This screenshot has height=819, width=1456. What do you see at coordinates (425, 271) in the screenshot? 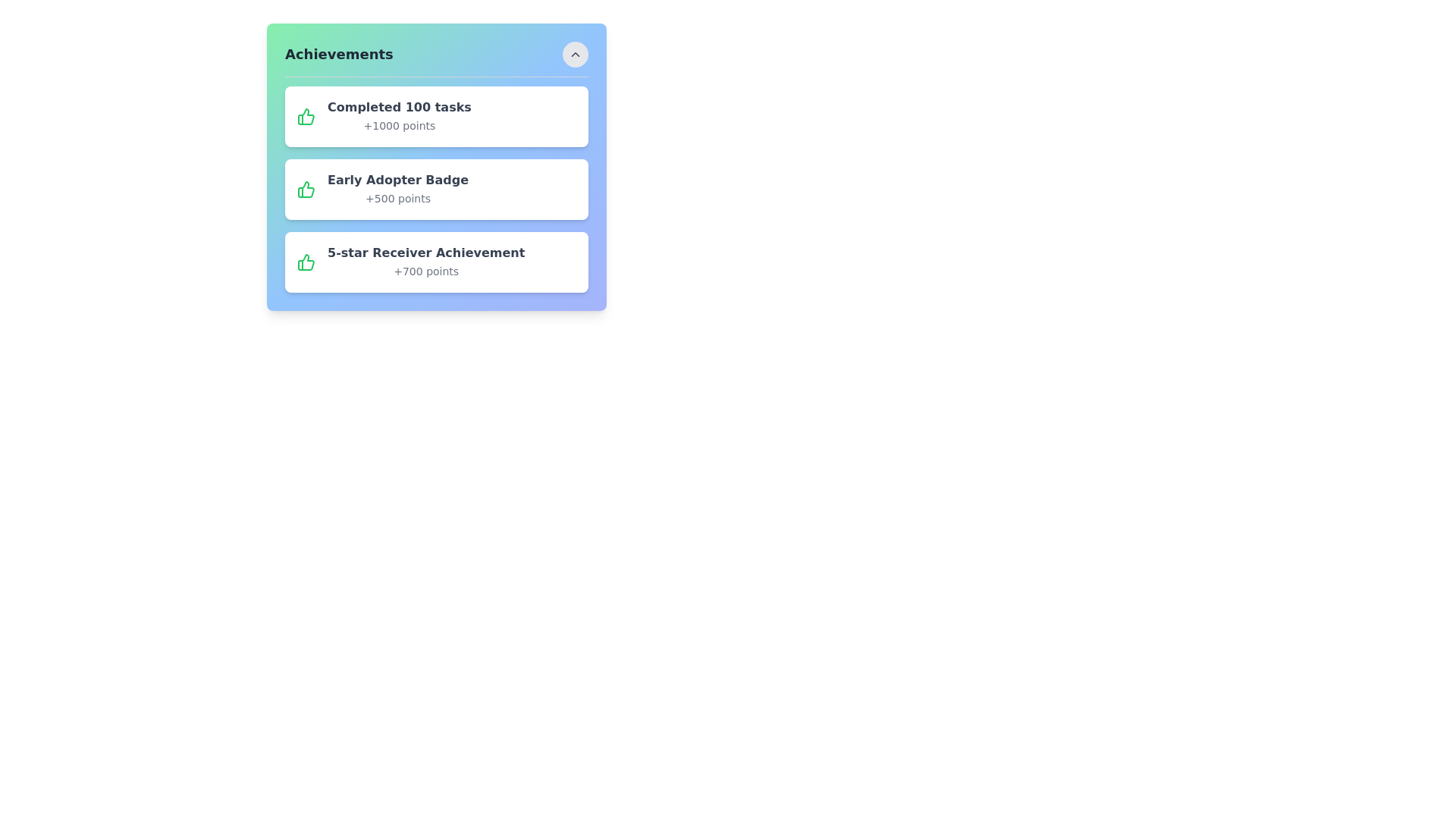
I see `text element indicating the reward points associated with the '5-star Receiver Achievement', located at the bottom-right corner of the third card in a vertically stacked list of cards` at bounding box center [425, 271].